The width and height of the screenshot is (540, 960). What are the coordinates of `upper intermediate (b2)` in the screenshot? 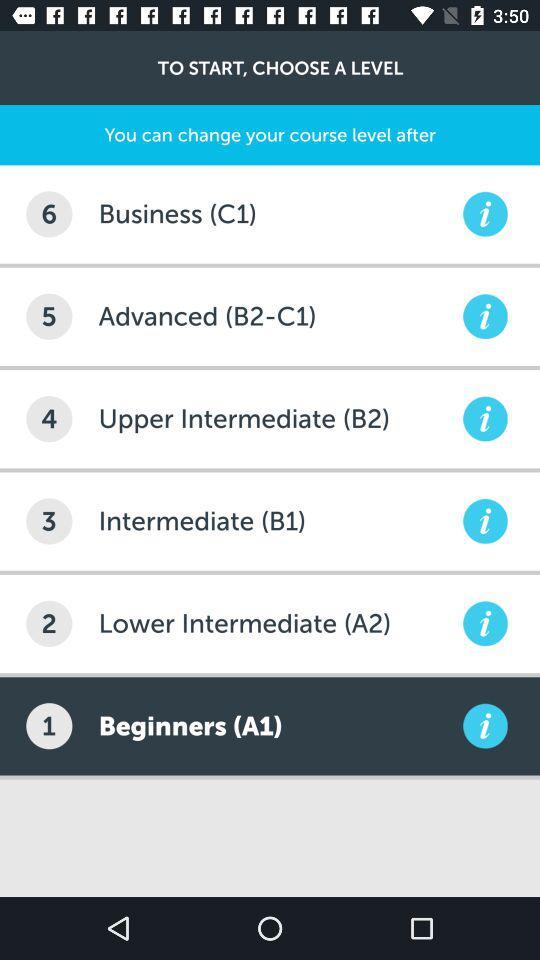 It's located at (277, 418).